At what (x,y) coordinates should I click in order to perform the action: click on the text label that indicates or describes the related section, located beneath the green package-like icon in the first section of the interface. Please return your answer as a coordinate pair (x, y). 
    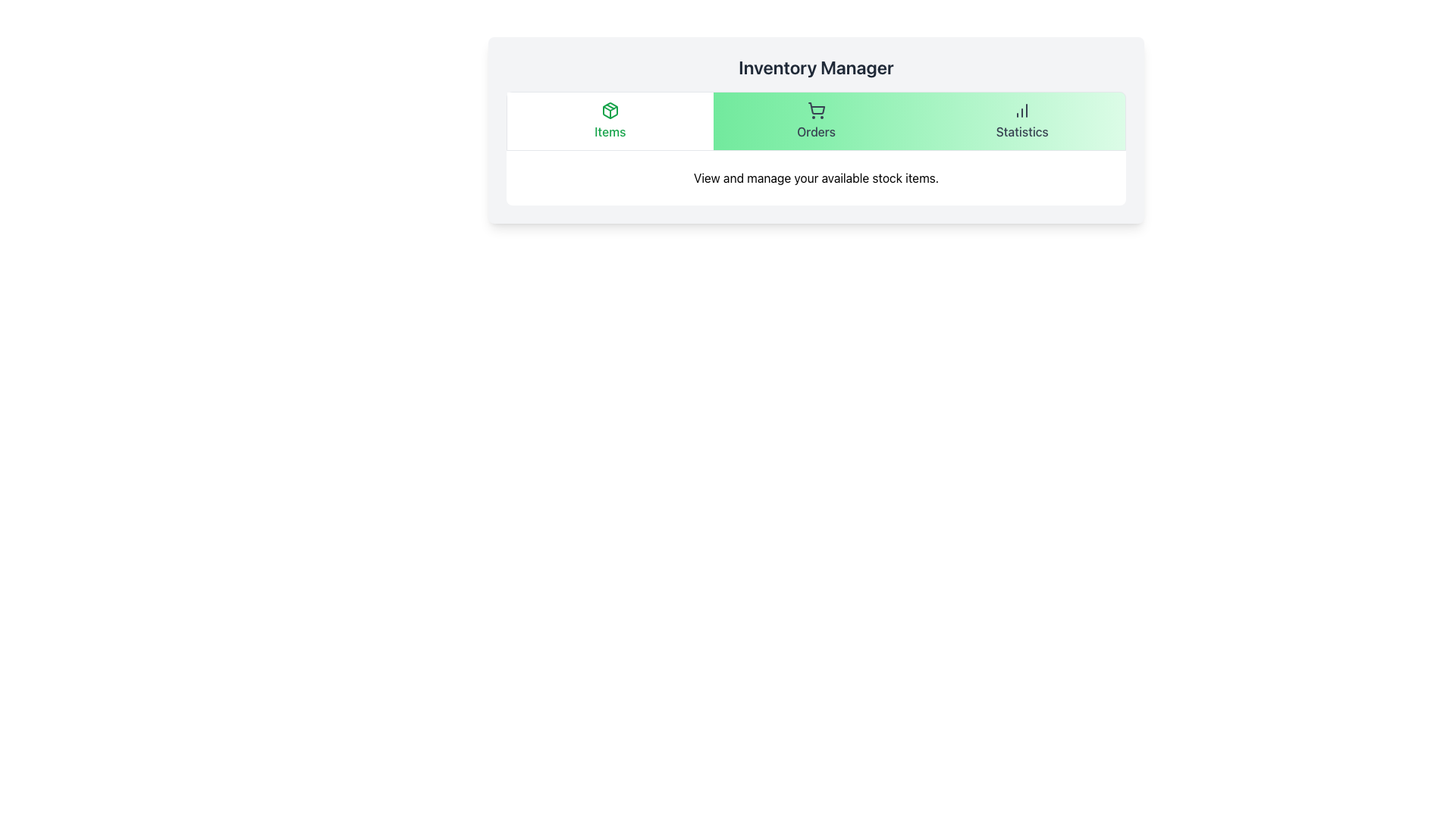
    Looking at the image, I should click on (610, 130).